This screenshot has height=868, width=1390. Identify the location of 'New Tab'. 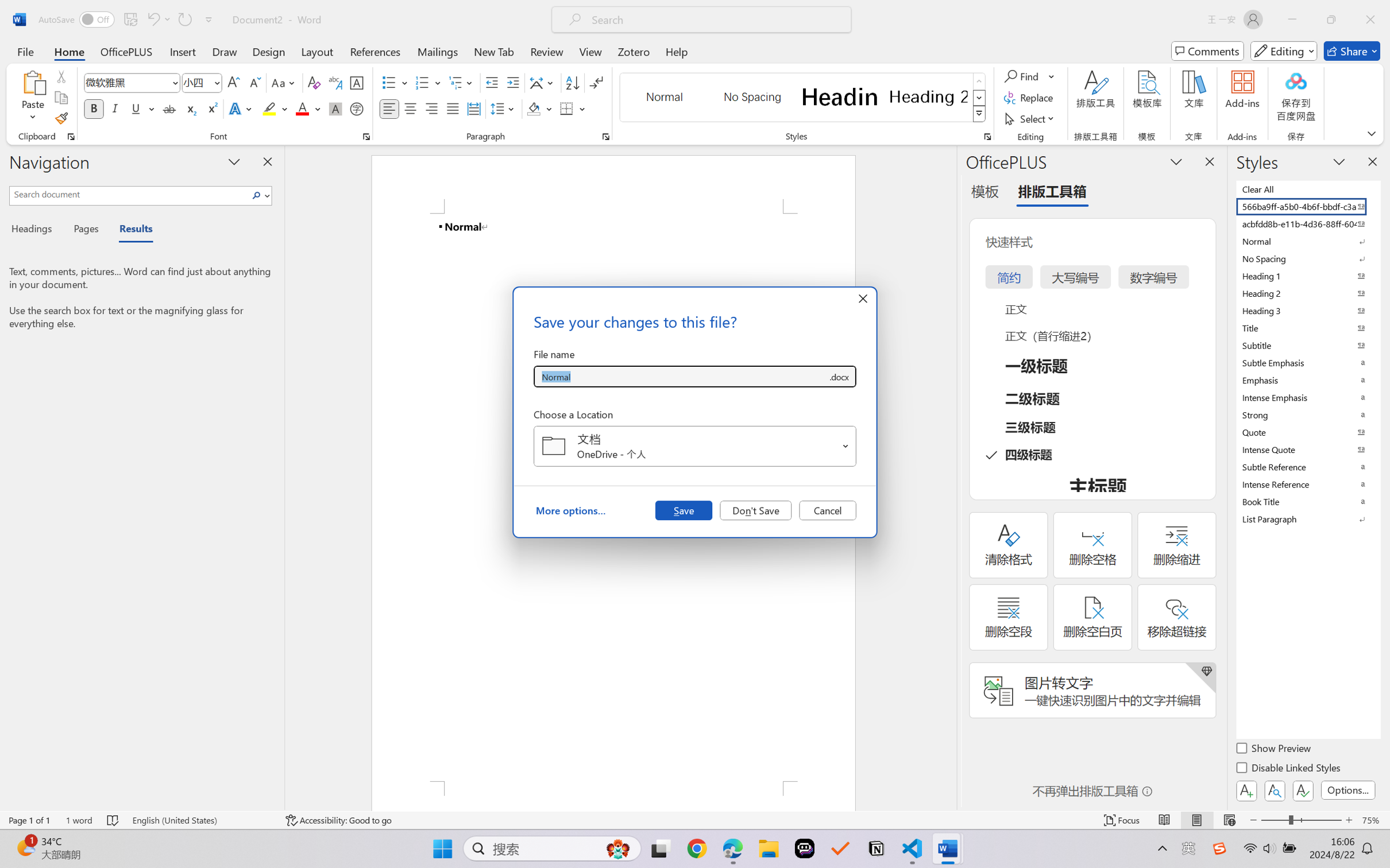
(493, 51).